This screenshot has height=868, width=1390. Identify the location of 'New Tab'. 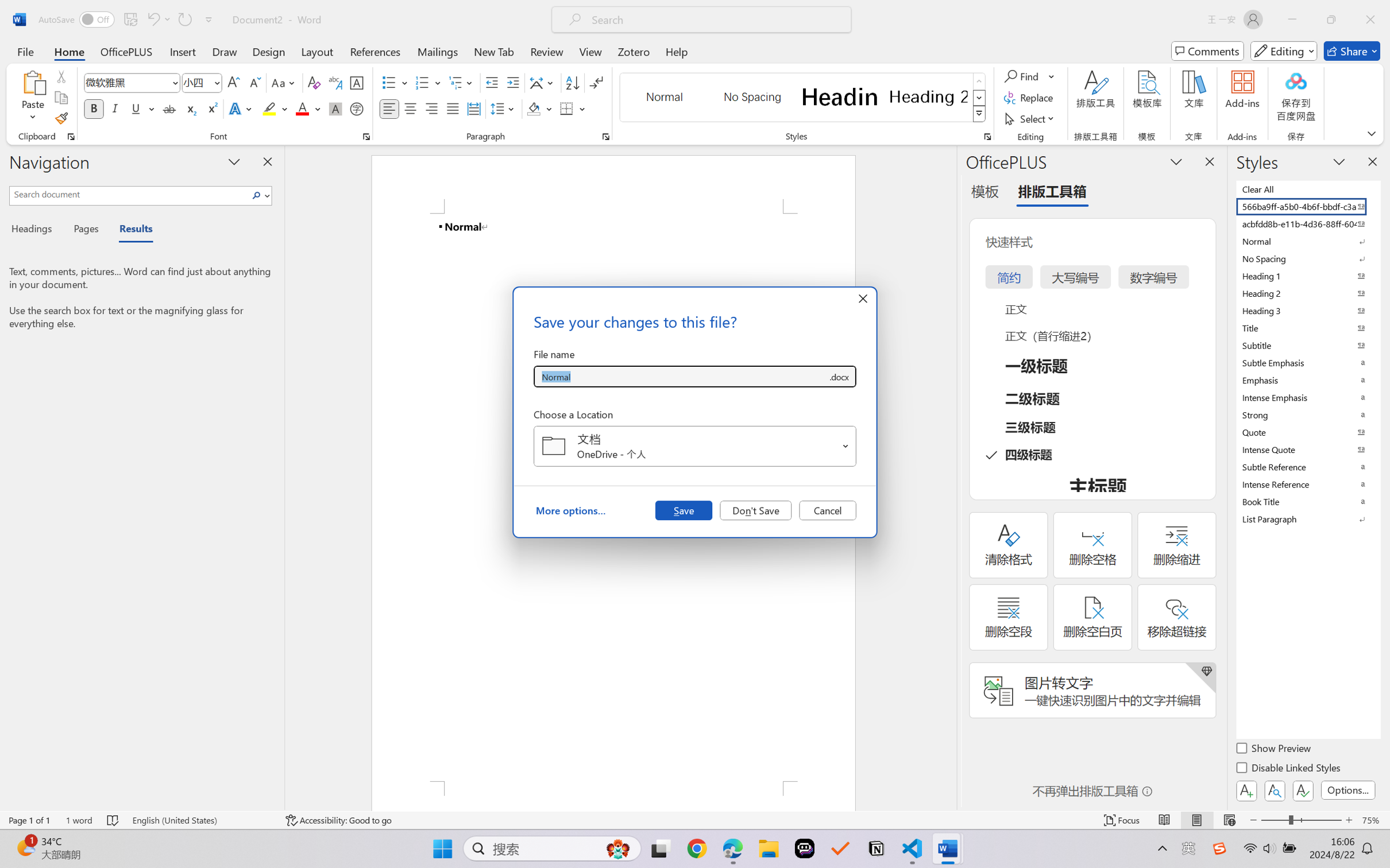
(493, 51).